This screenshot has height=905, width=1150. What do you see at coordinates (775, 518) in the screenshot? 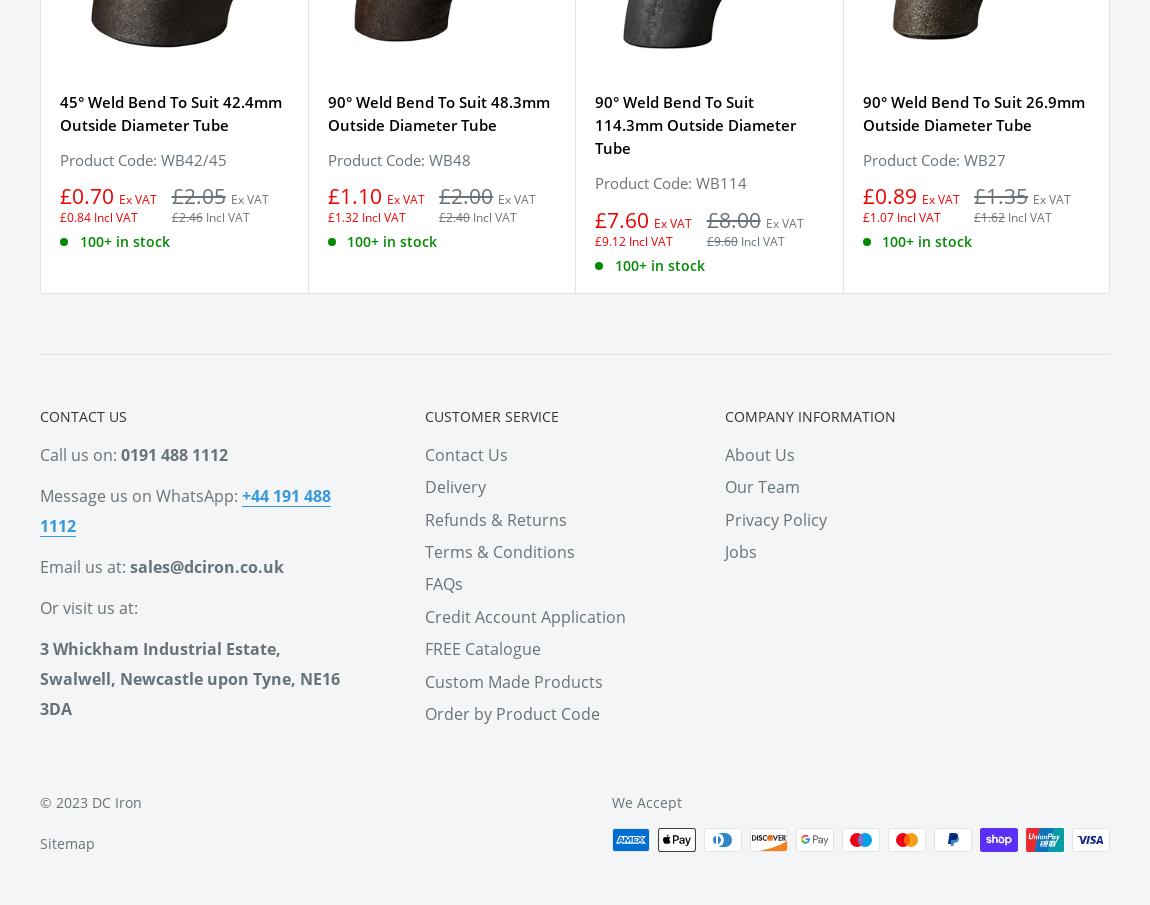
I see `'Privacy Policy'` at bounding box center [775, 518].